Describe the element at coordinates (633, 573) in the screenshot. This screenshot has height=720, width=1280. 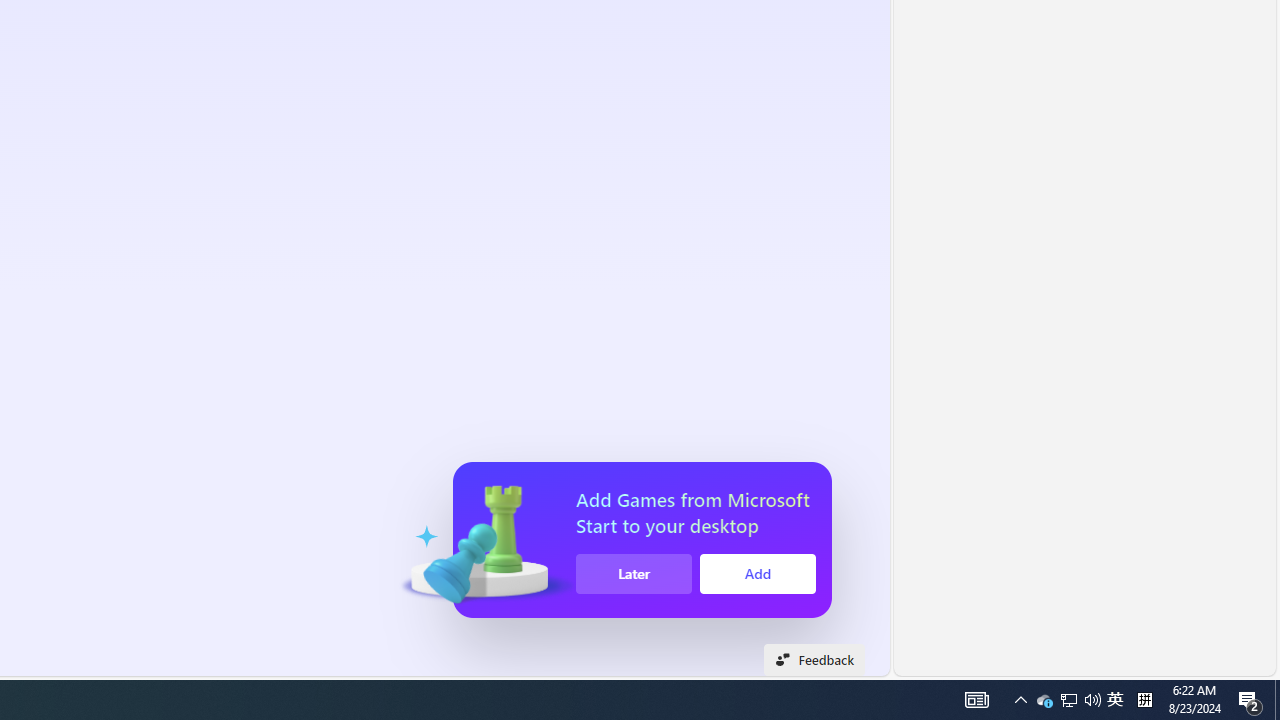
I see `'Later'` at that location.